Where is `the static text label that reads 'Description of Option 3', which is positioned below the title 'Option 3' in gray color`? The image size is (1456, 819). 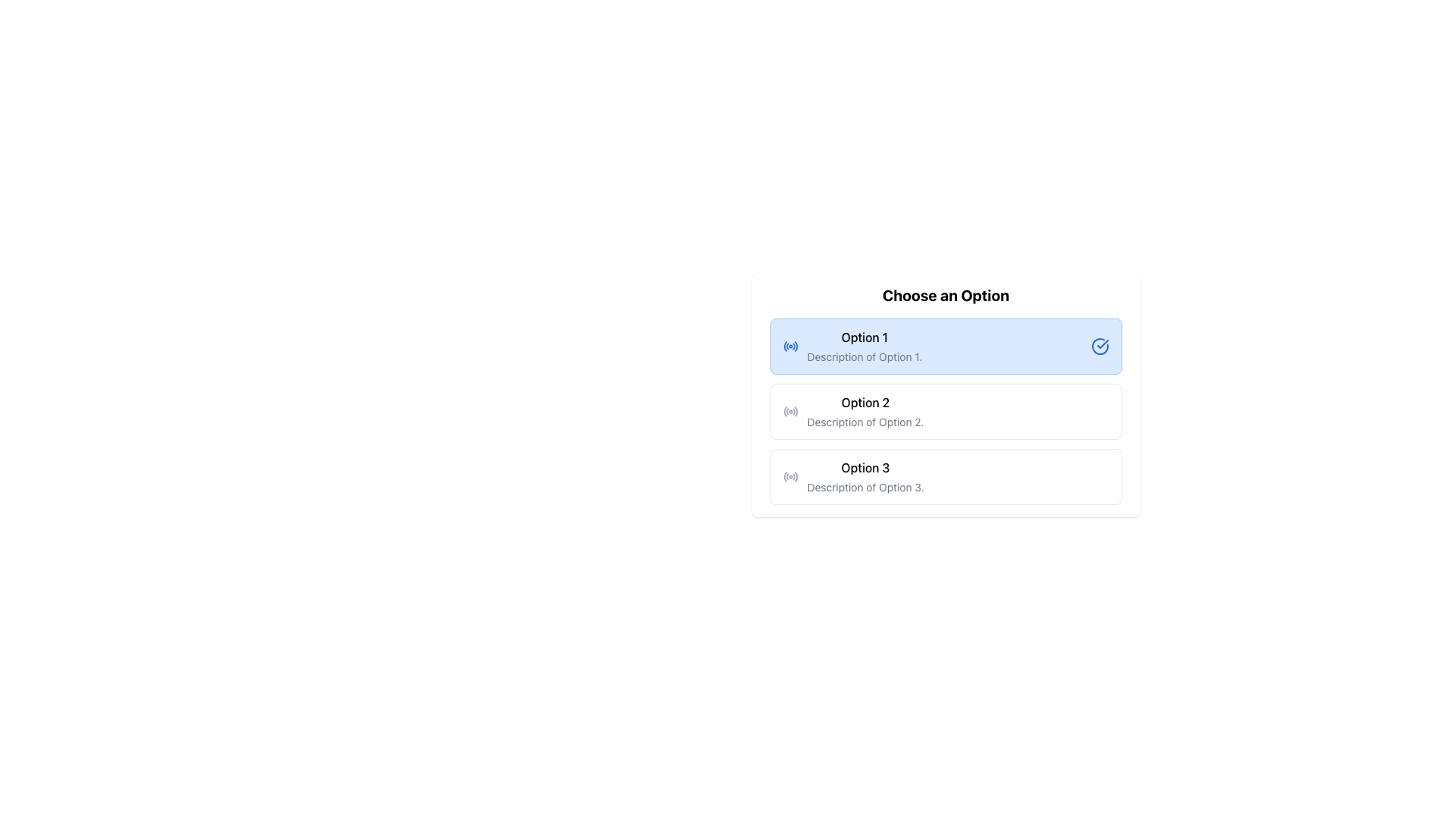 the static text label that reads 'Description of Option 3', which is positioned below the title 'Option 3' in gray color is located at coordinates (865, 488).